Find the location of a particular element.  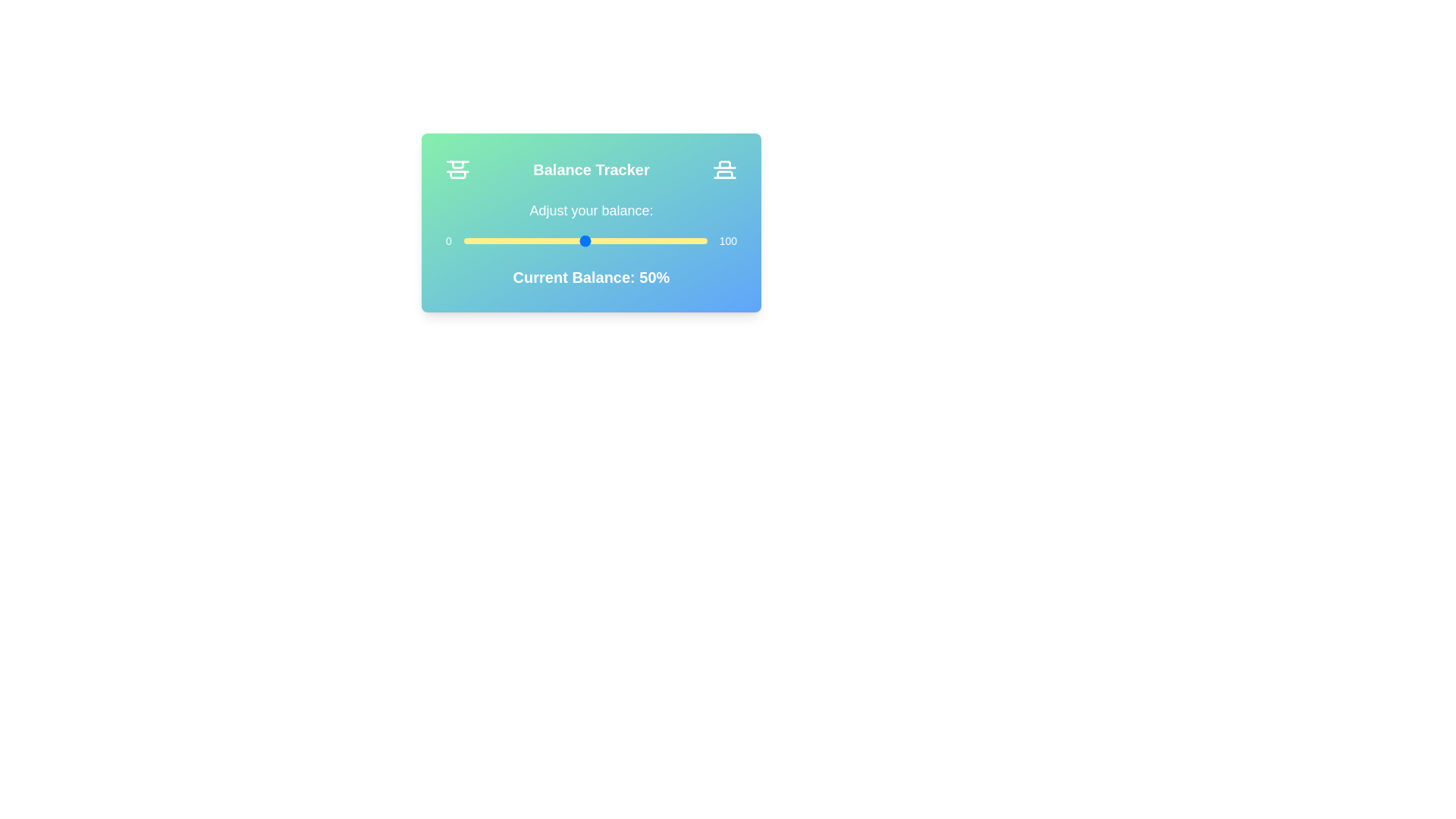

the balance slider to 50 percent is located at coordinates (585, 240).